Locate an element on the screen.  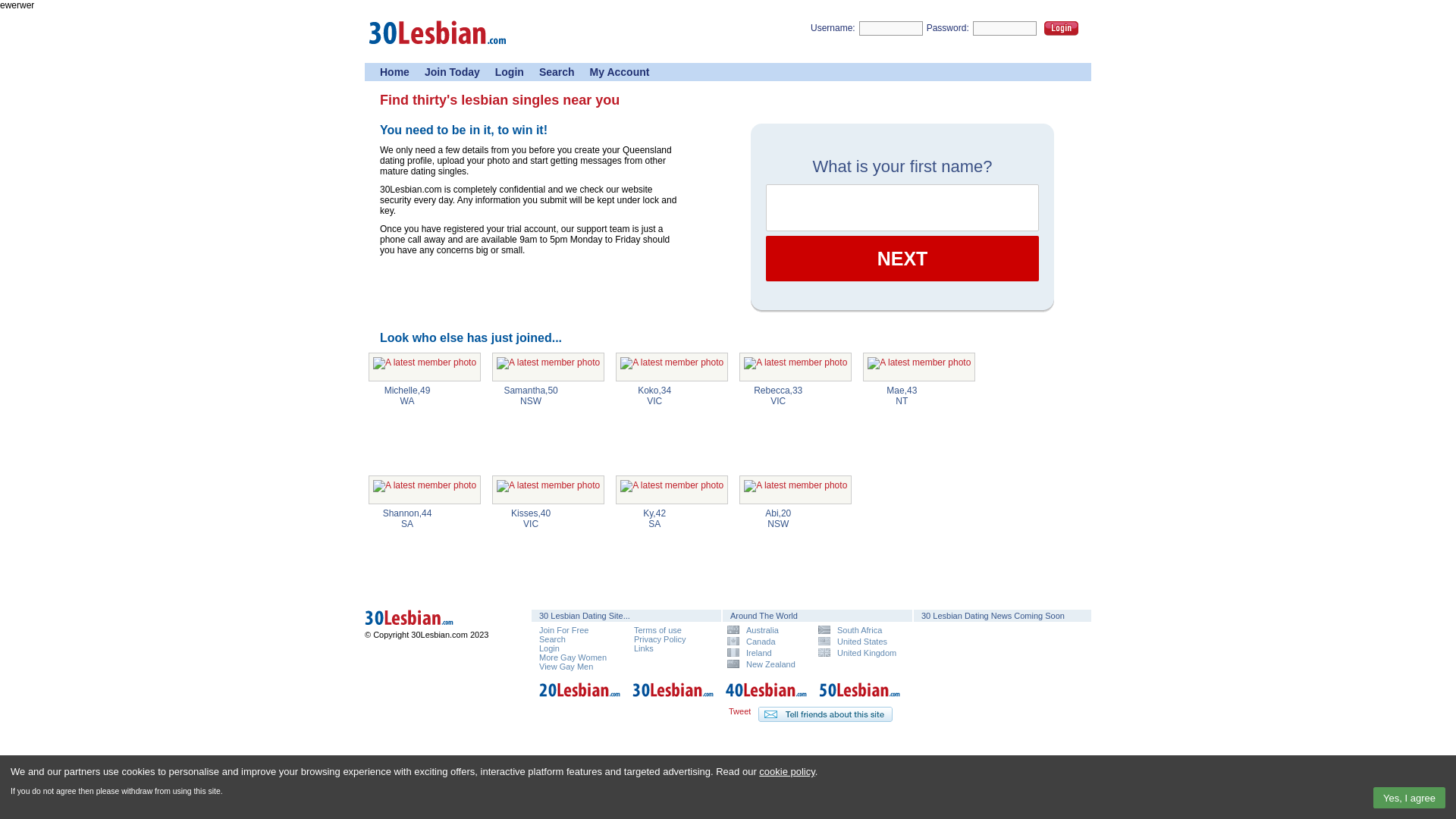
'Ky, 42 from Adelaide, SA' is located at coordinates (671, 489).